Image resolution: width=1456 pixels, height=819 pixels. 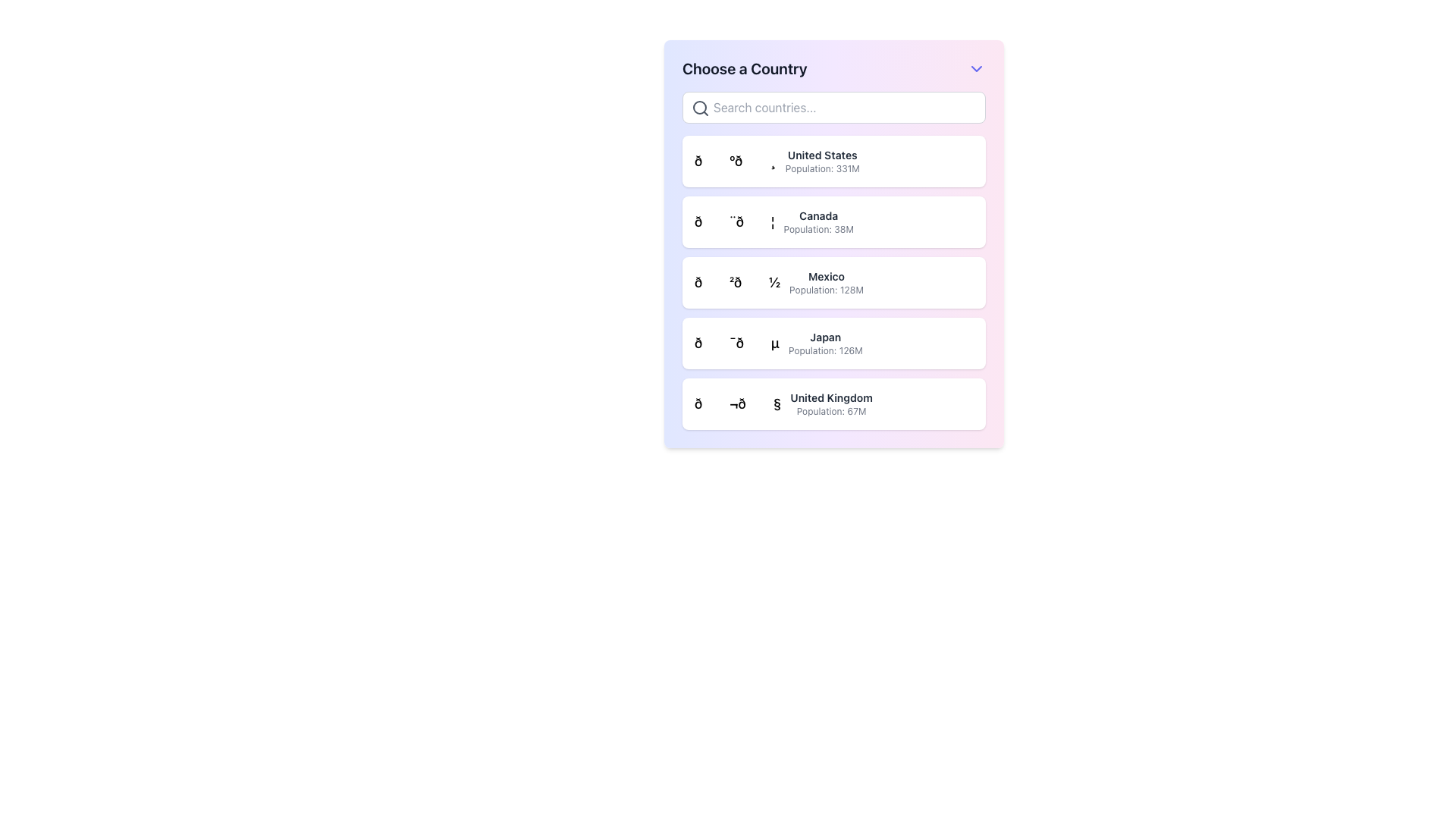 I want to click on the 'United States' text label, which is a bold, small font in dark gray, located above the 'Population: 331M' text in a vertical list of country names, so click(x=821, y=155).